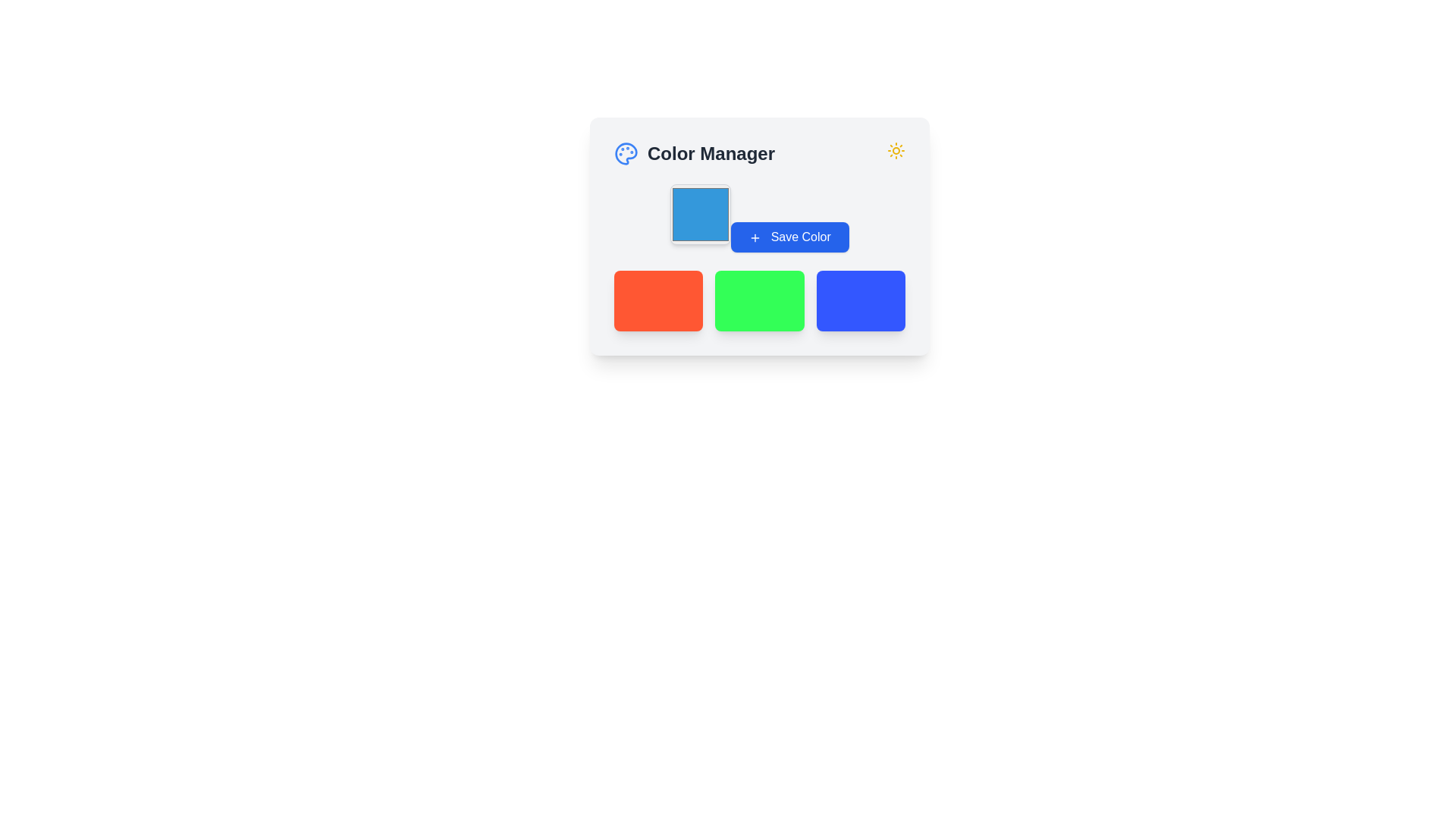 The width and height of the screenshot is (1456, 819). What do you see at coordinates (760, 301) in the screenshot?
I see `the rectangular grid layout containing three blocks with red, green, and blue backgrounds, specifically highlighting the grid in the Color Manager panel` at bounding box center [760, 301].